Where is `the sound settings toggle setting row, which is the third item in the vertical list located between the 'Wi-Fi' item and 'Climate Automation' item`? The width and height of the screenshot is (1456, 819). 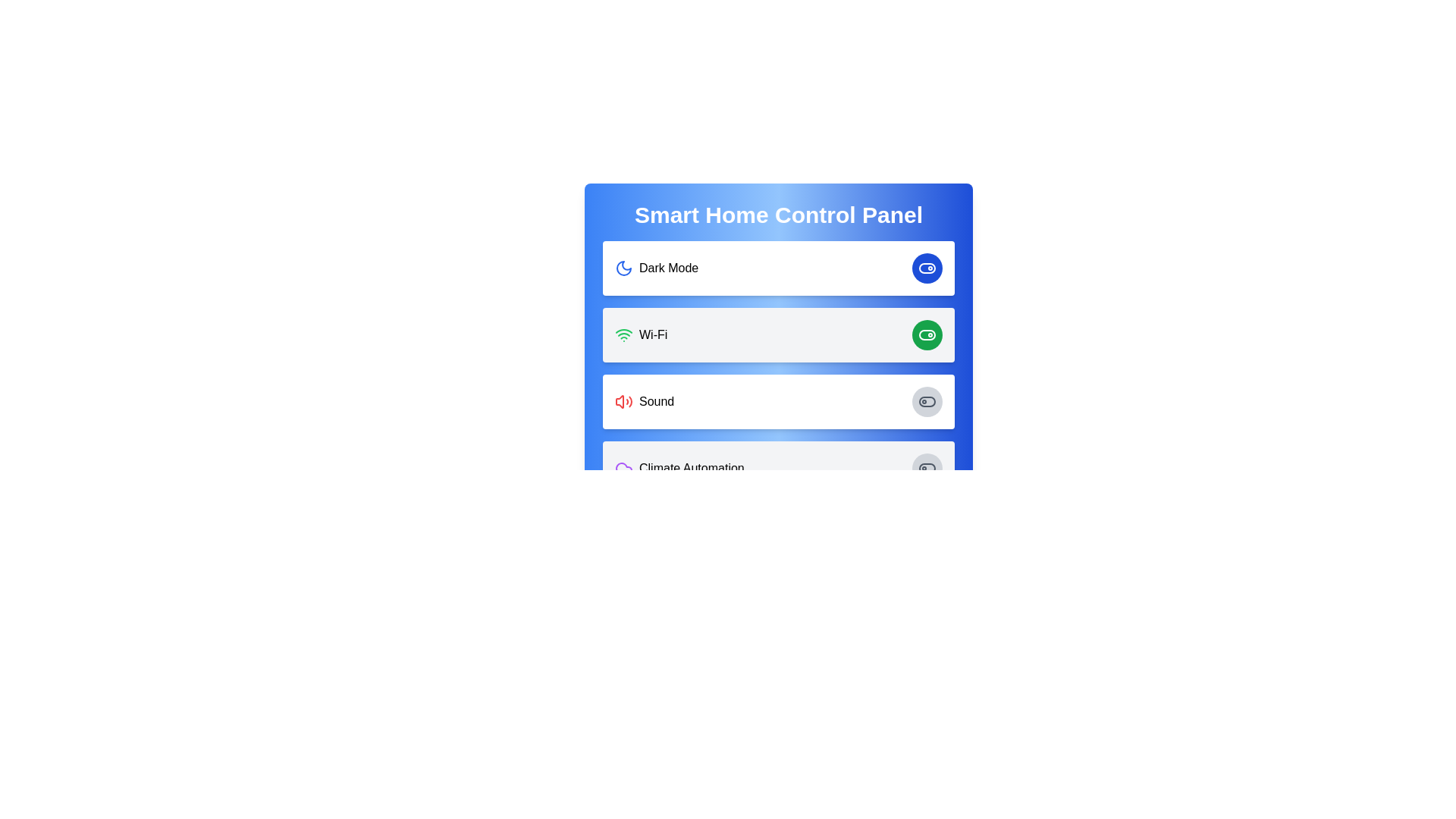 the sound settings toggle setting row, which is the third item in the vertical list located between the 'Wi-Fi' item and 'Climate Automation' item is located at coordinates (779, 400).